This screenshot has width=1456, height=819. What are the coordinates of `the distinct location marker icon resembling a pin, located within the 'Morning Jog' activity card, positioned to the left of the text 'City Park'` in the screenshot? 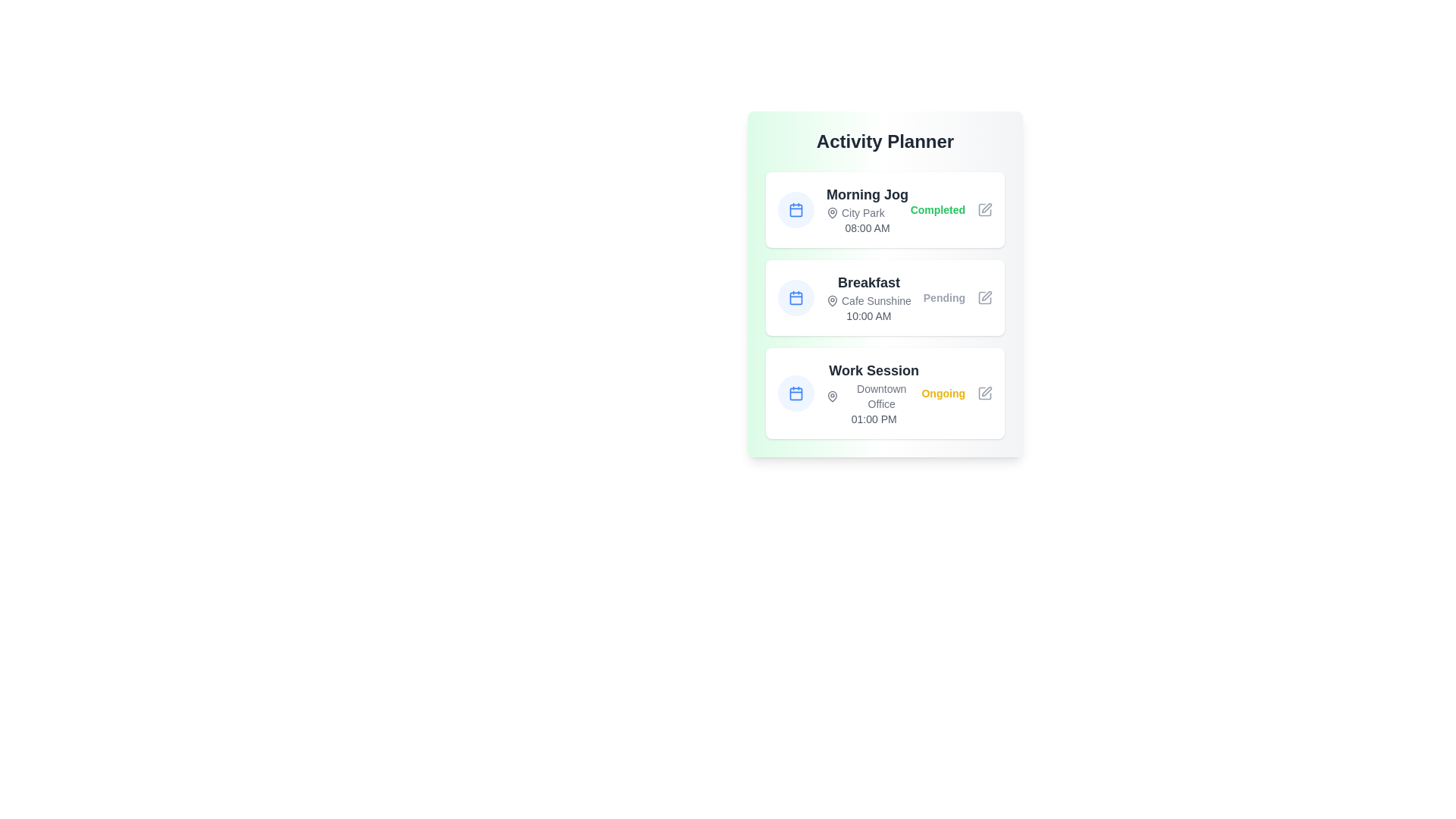 It's located at (832, 212).